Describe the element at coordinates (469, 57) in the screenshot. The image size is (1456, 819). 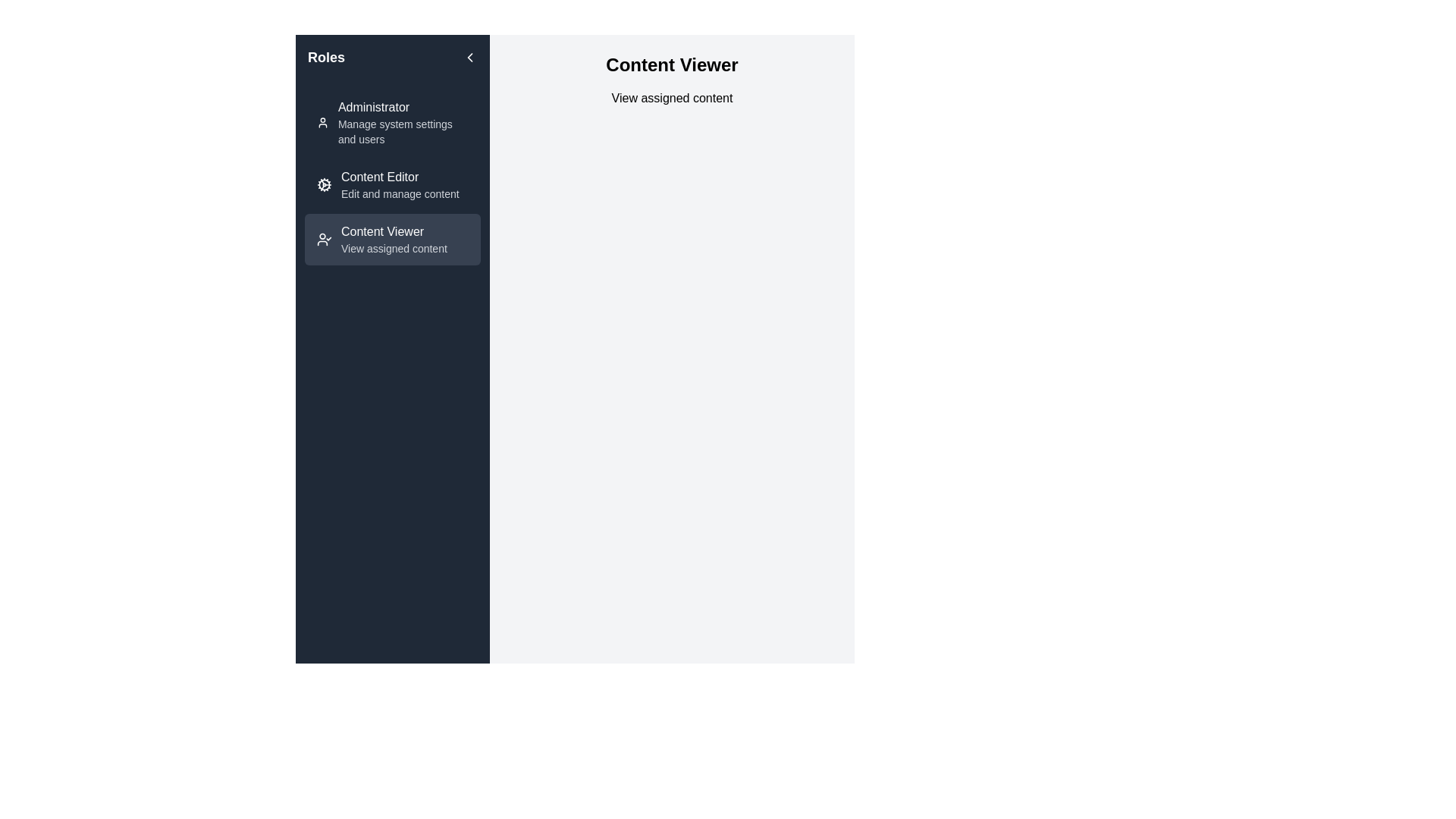
I see `the back icon located in the left-side navigation panel, at the top-right corner adjacent to the header text 'Roles'` at that location.